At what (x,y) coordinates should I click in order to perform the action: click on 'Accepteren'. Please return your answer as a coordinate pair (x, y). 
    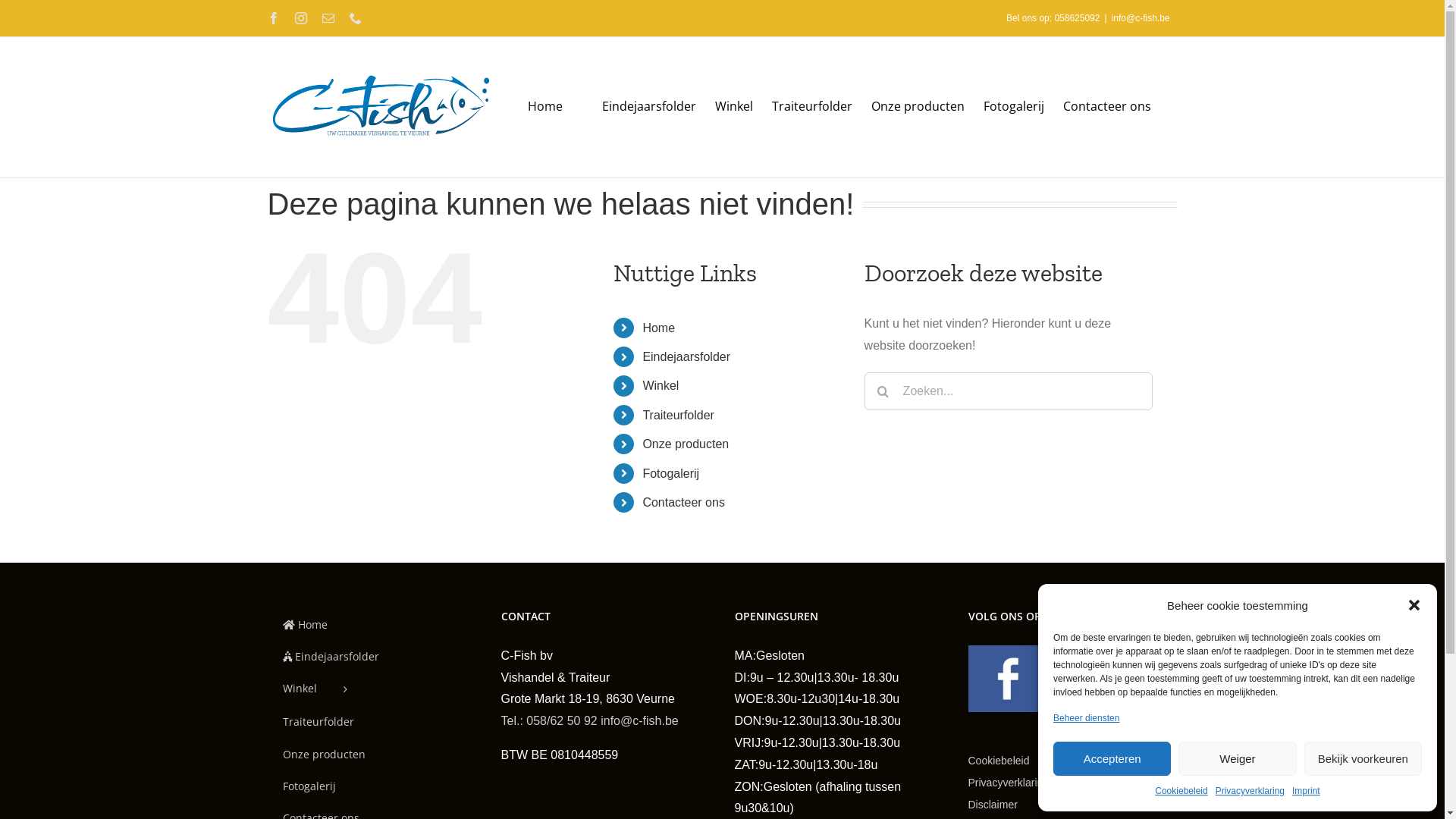
    Looking at the image, I should click on (1112, 758).